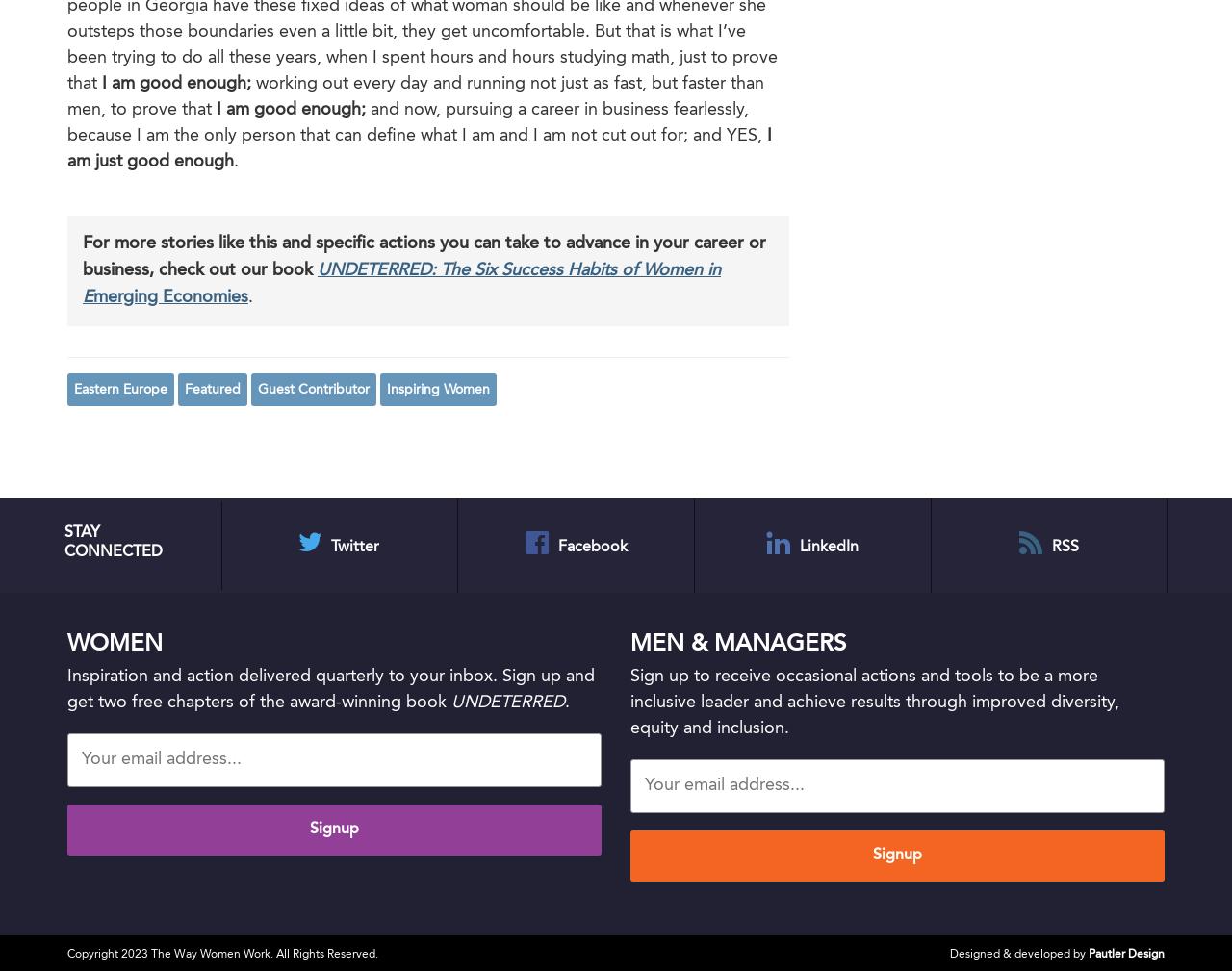 The image size is (1232, 971). Describe the element at coordinates (591, 546) in the screenshot. I see `'Facebook'` at that location.